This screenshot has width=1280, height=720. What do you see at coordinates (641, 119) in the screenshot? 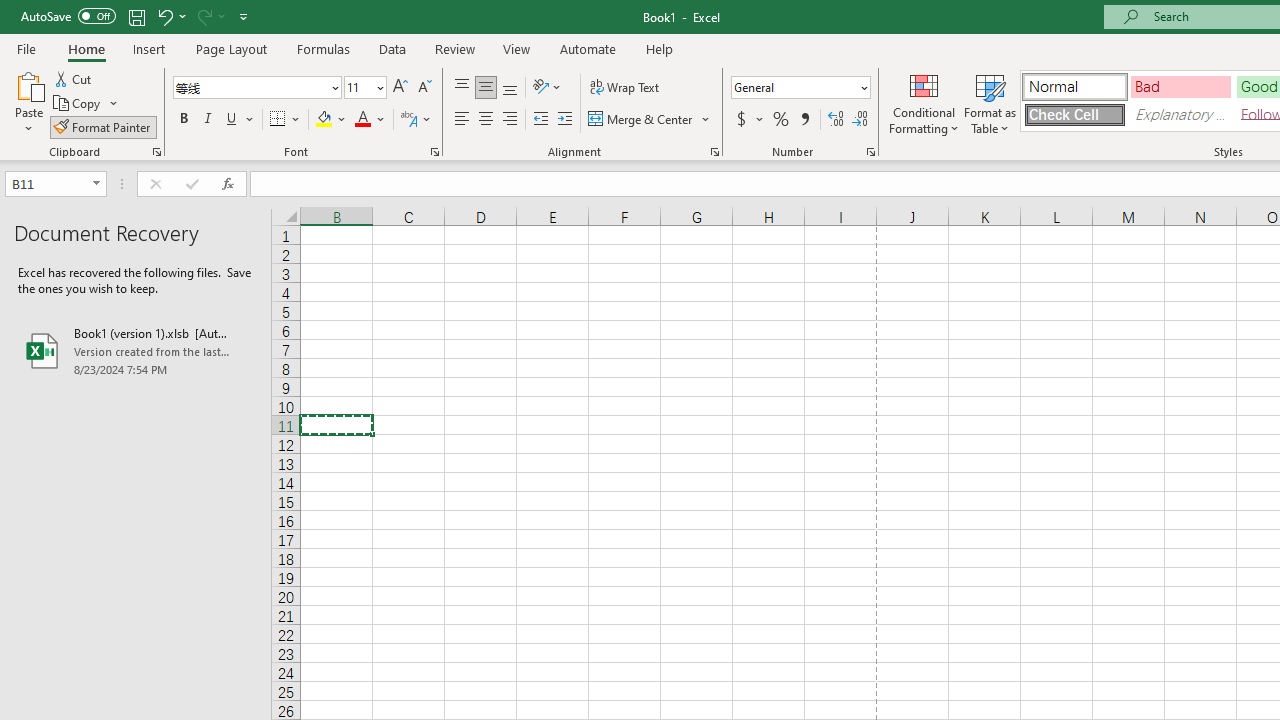
I see `'Merge & Center'` at bounding box center [641, 119].